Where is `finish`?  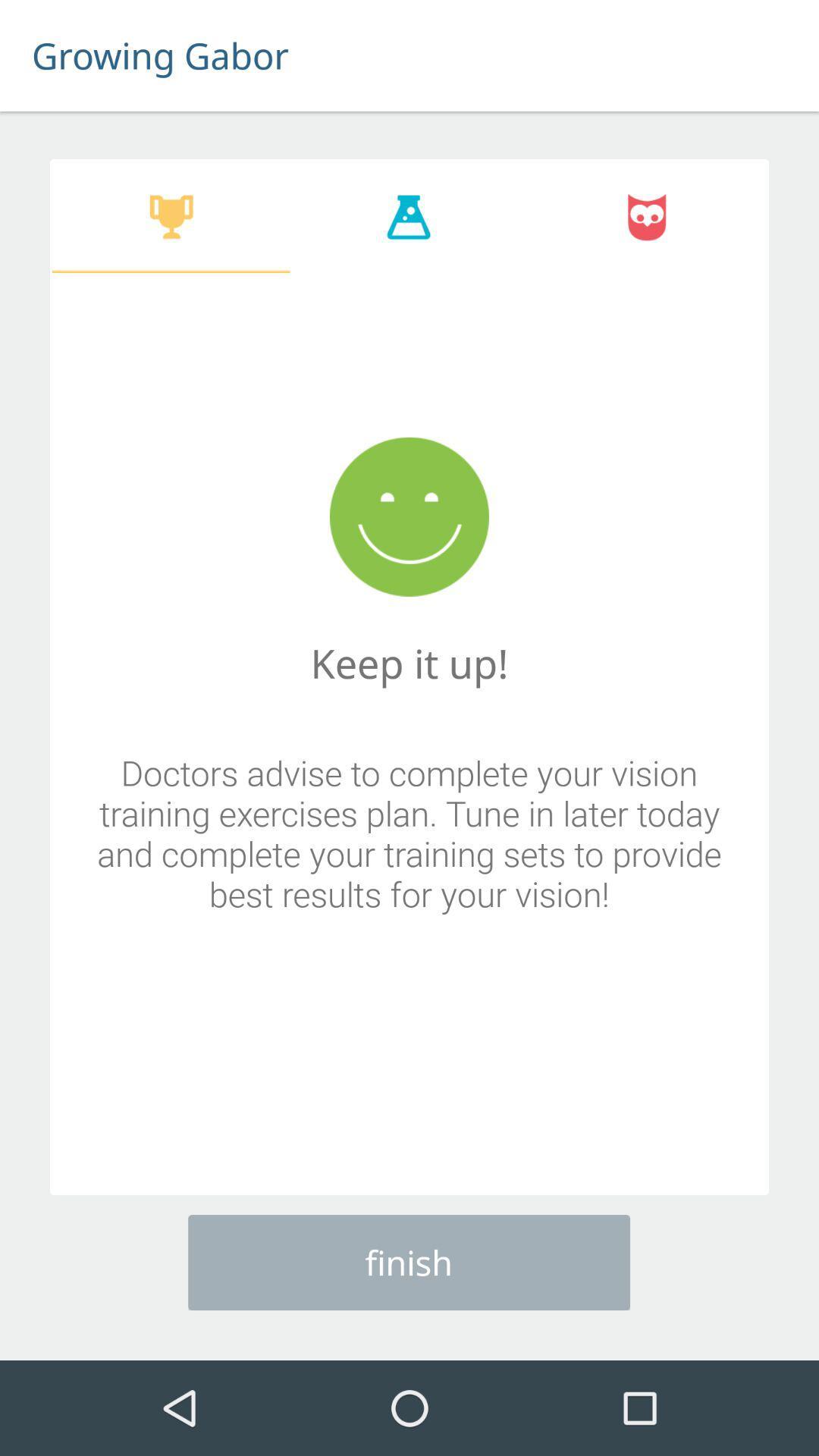
finish is located at coordinates (408, 1263).